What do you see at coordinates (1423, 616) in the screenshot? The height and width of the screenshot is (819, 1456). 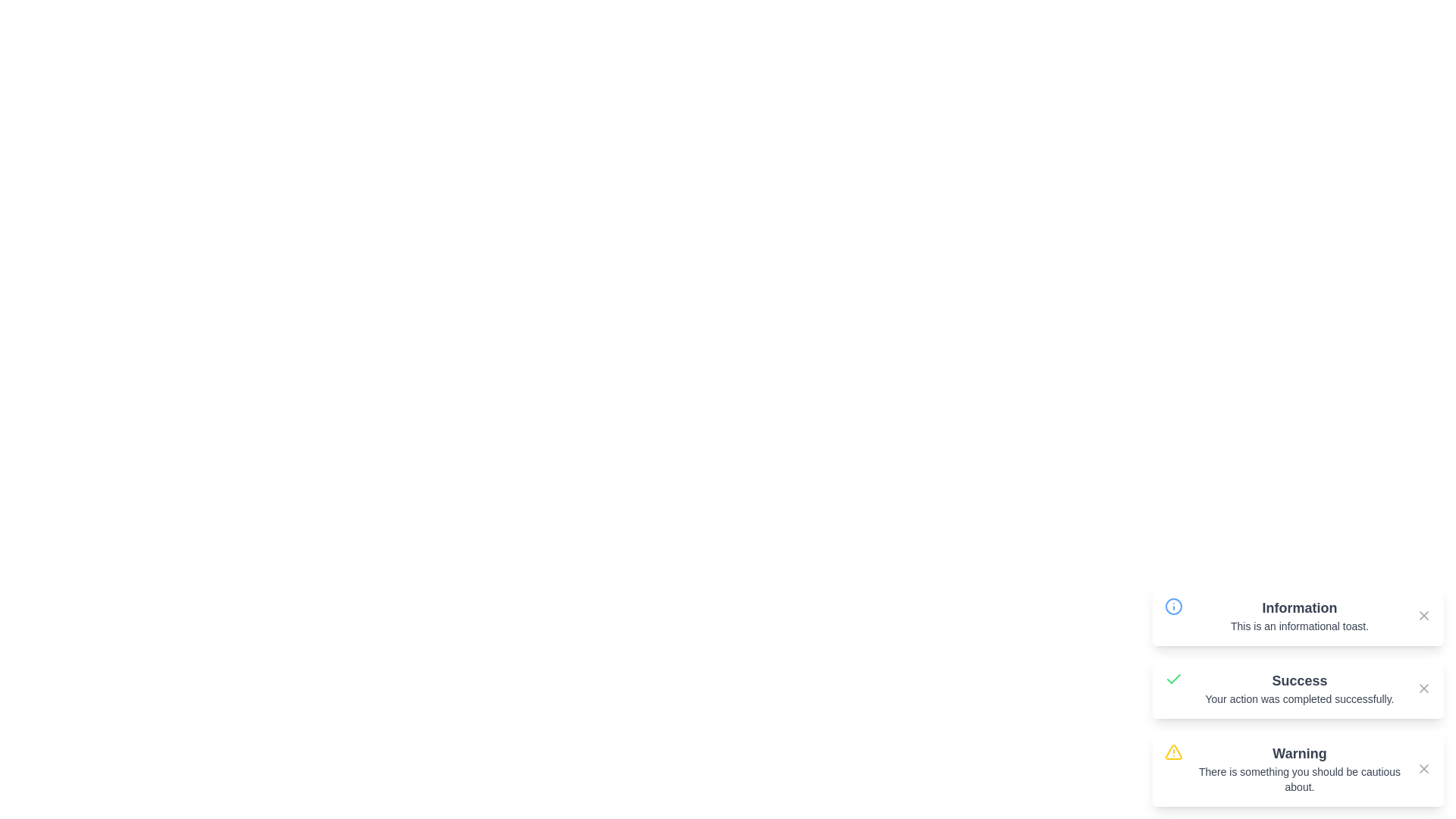 I see `the interactive close button in the shape of an 'X' located at the top-right corner of the 'Information' notification card to change its style` at bounding box center [1423, 616].